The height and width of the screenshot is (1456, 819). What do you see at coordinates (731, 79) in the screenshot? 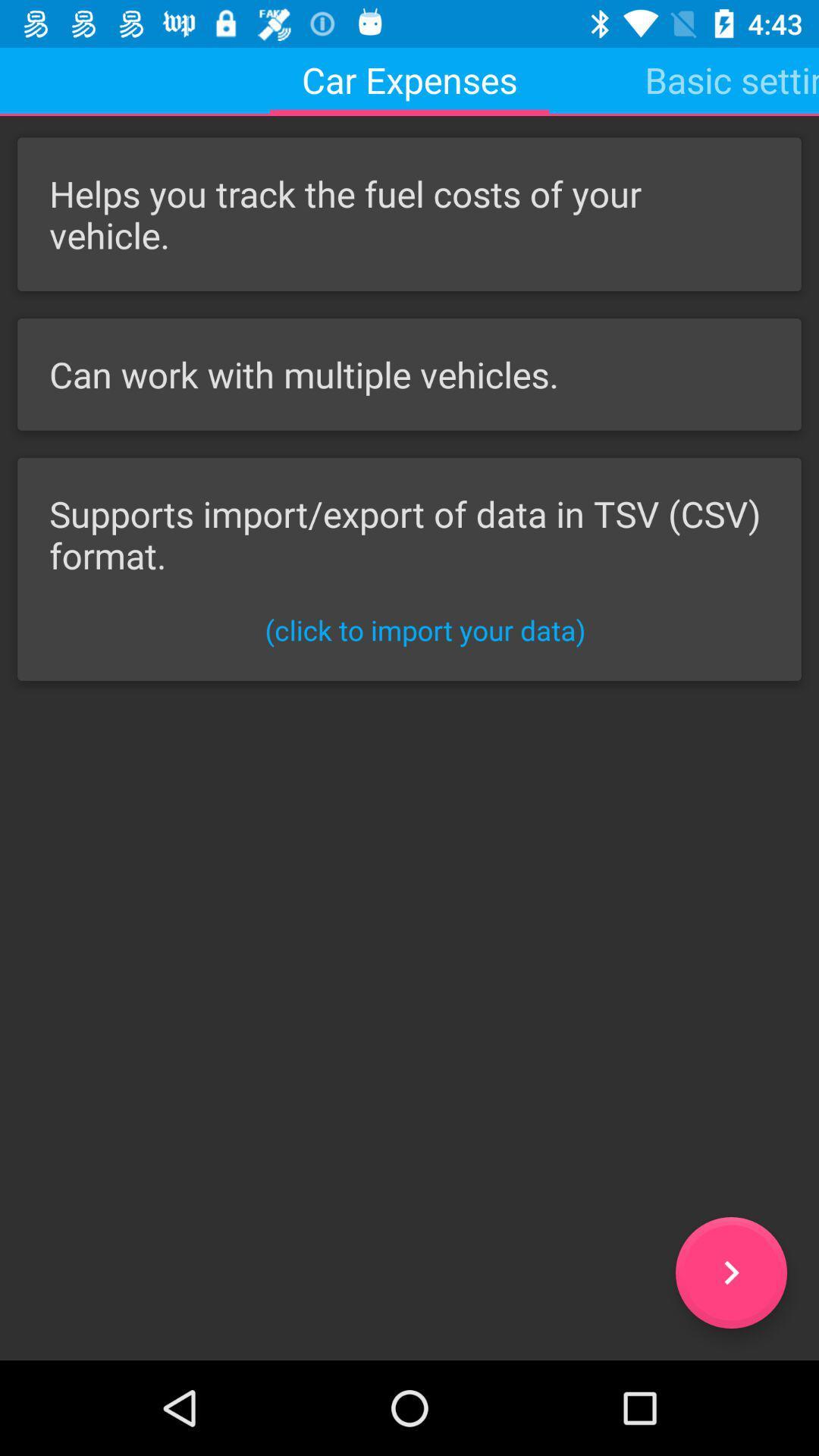
I see `the icon to the right of the car expenses icon` at bounding box center [731, 79].